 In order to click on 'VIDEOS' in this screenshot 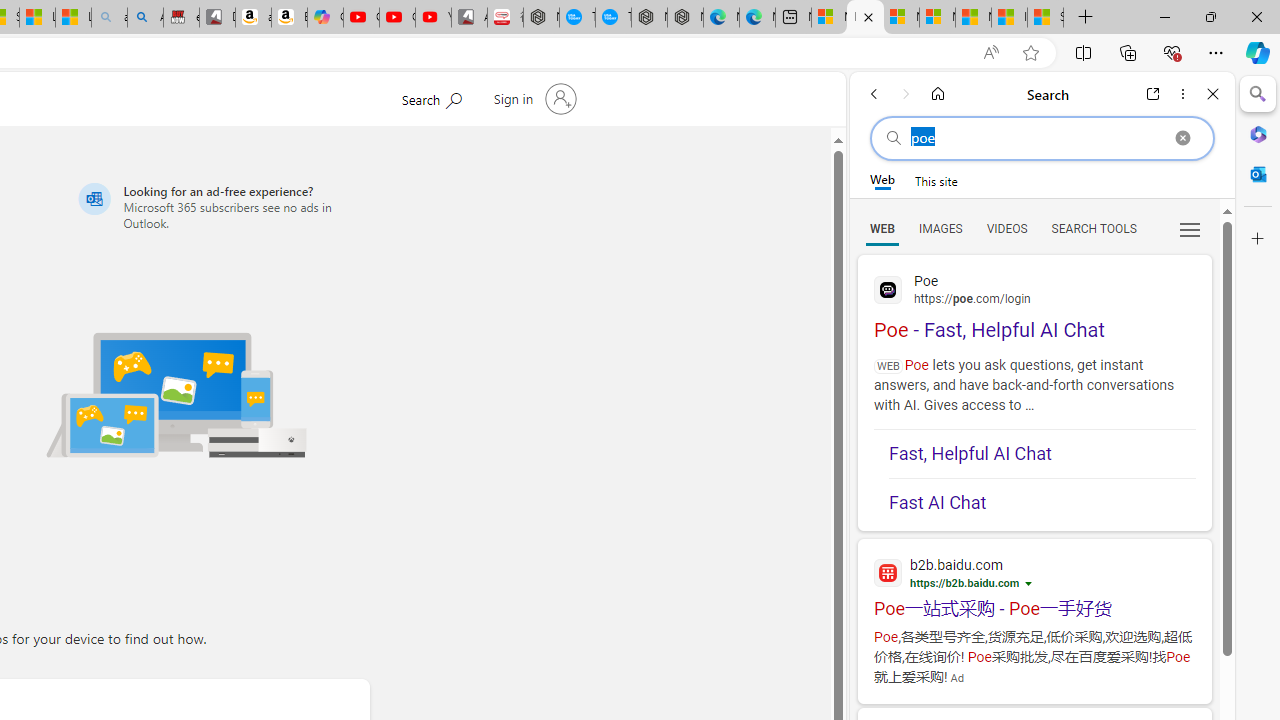, I will do `click(1006, 227)`.